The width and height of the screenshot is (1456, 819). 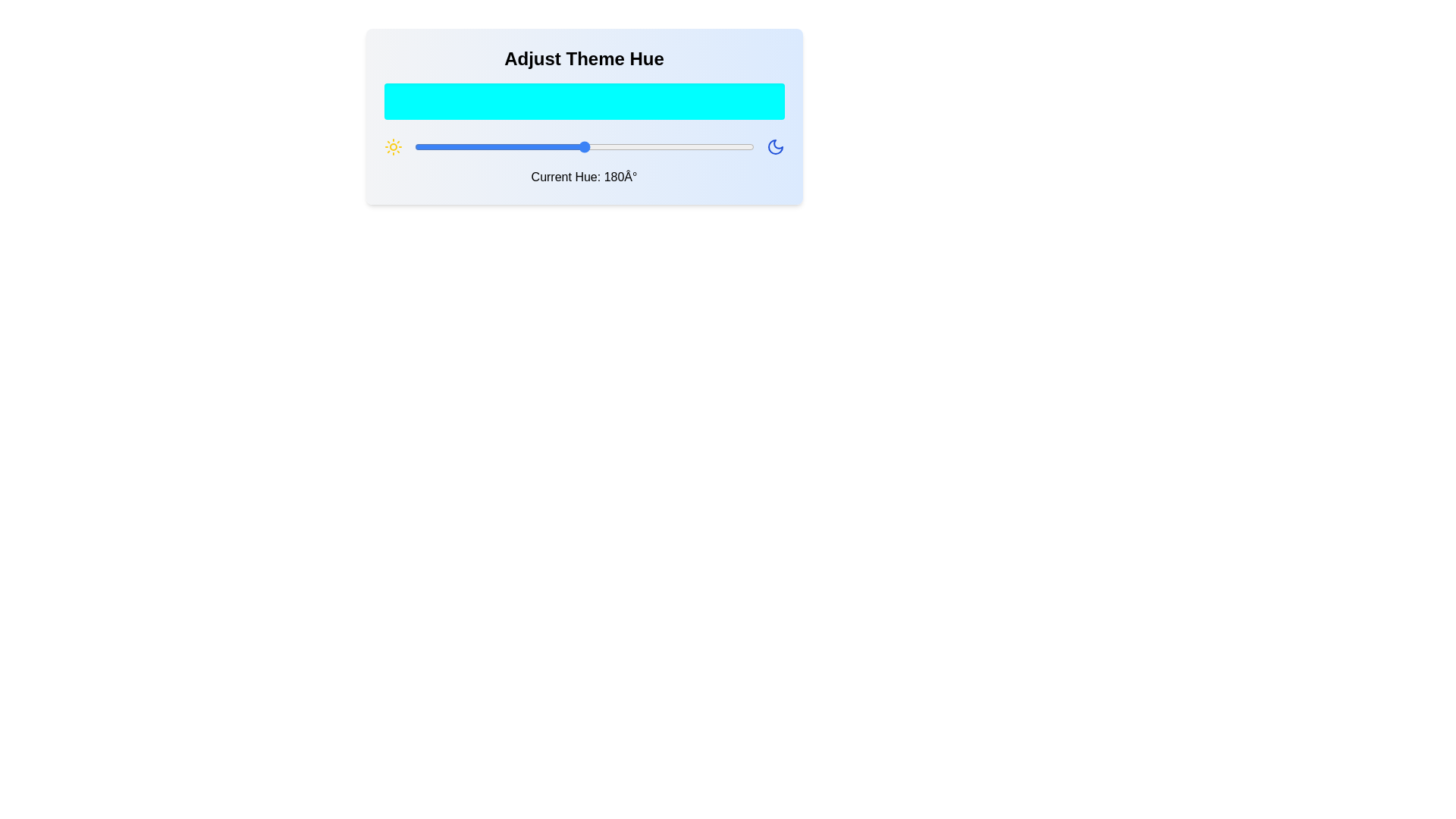 I want to click on the hue slider to set the hue to 23 degrees, so click(x=435, y=146).